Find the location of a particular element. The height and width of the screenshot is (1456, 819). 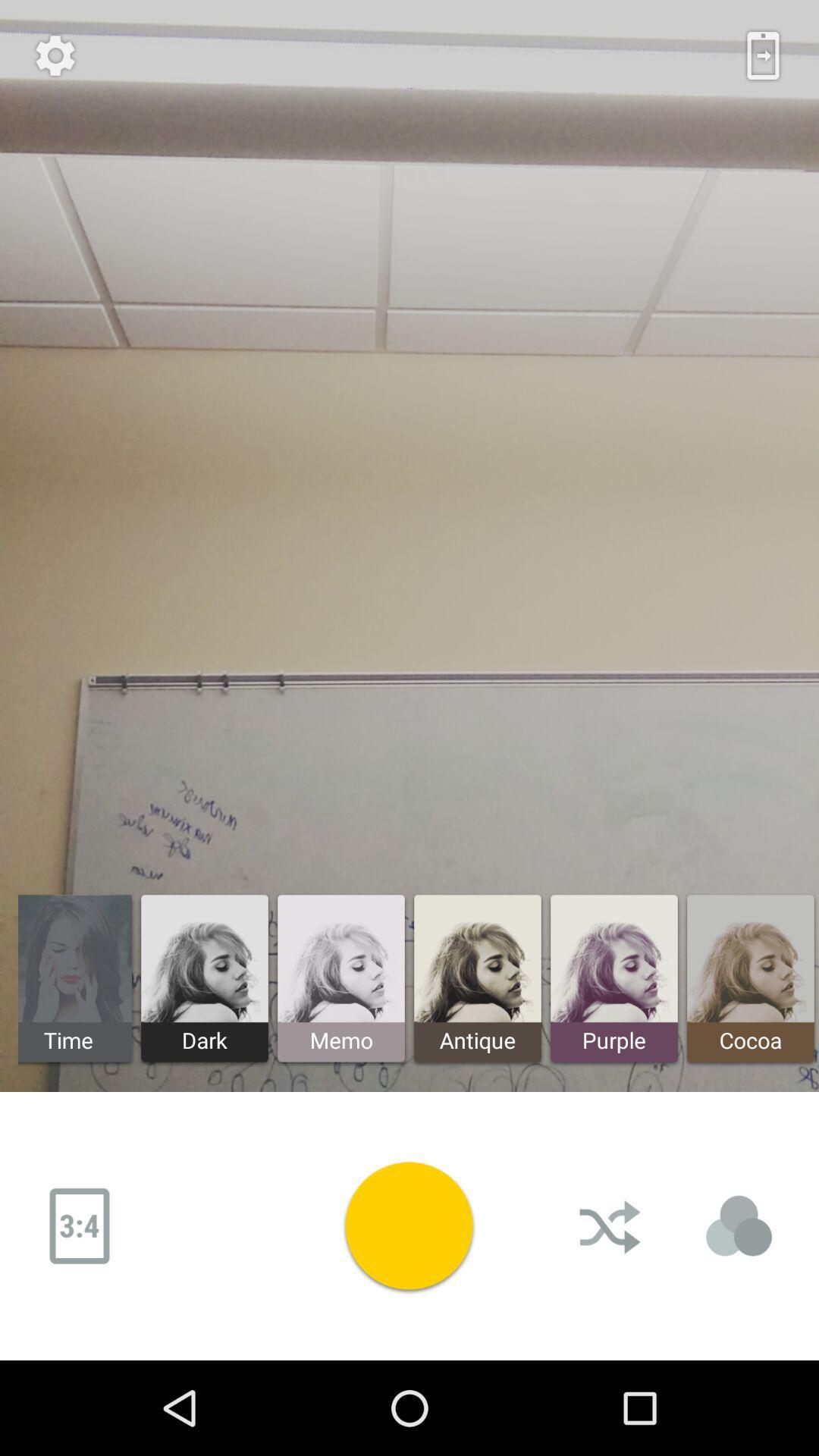

open settings is located at coordinates (55, 55).